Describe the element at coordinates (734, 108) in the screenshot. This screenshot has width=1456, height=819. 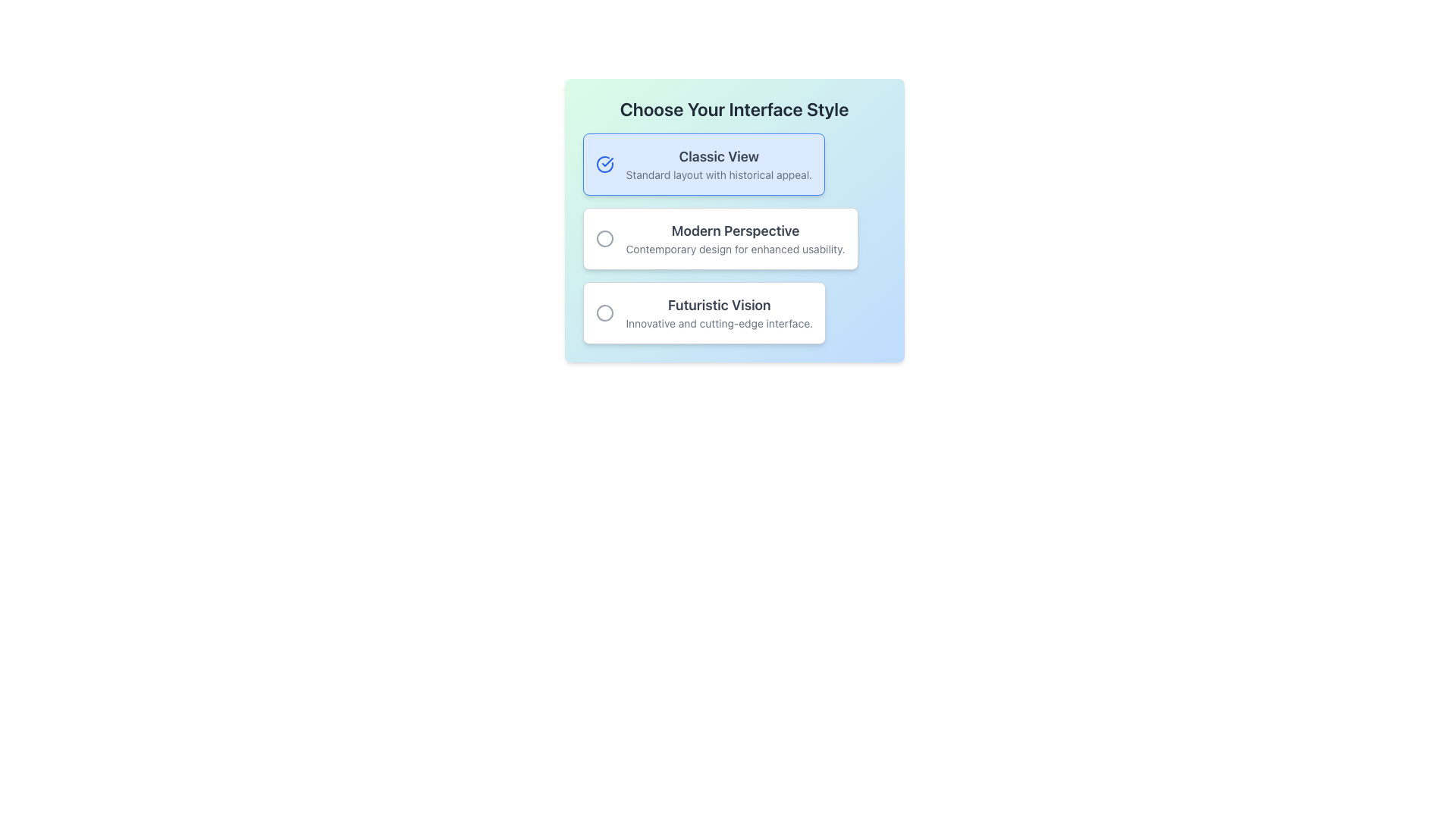
I see `the header element displaying 'Choose Your Interface Style', which is prominently styled in a large, bold font within a gradient background` at that location.